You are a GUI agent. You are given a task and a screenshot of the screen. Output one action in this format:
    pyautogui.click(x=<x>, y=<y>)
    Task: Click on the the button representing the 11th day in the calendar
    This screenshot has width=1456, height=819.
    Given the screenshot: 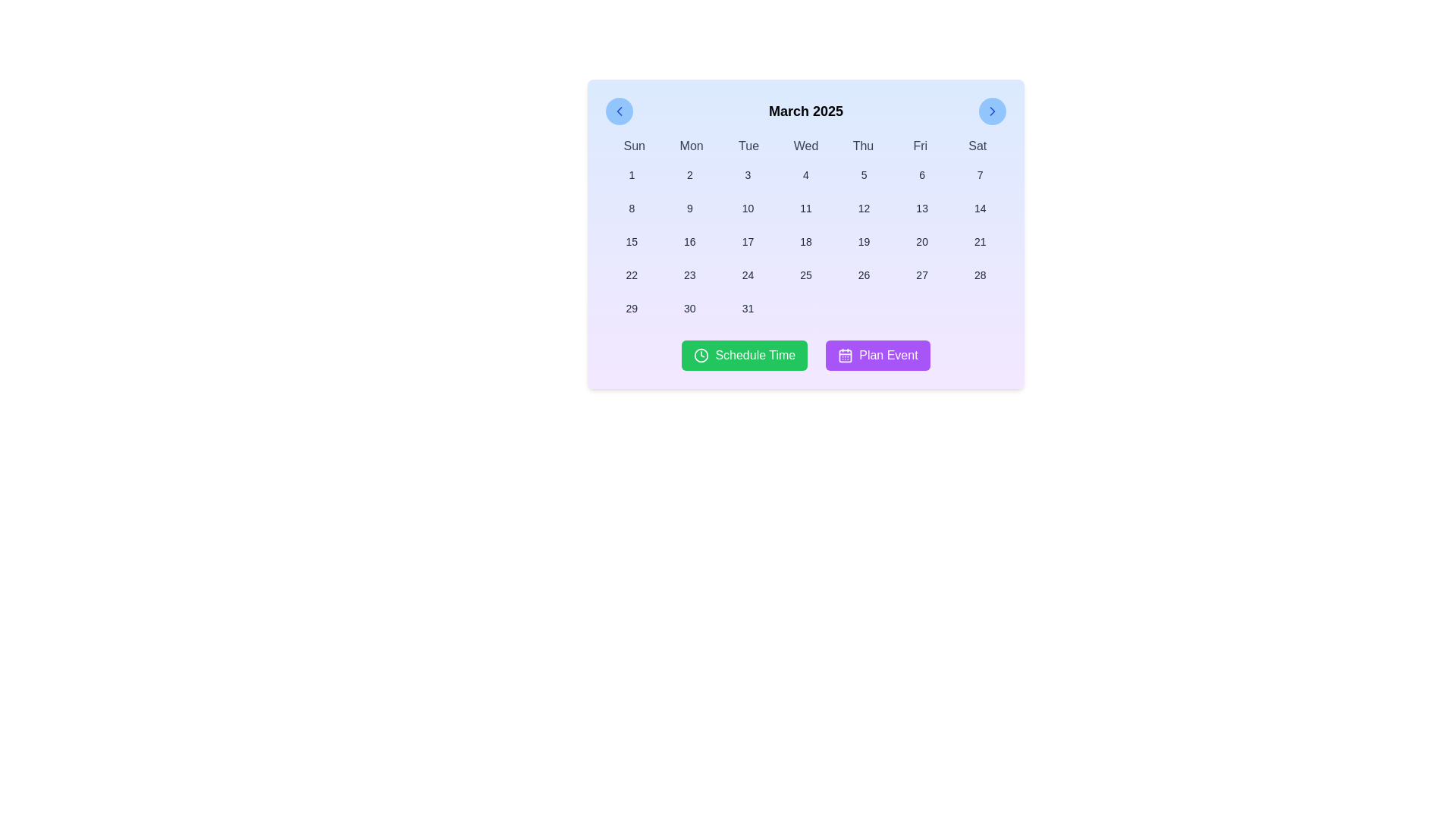 What is the action you would take?
    pyautogui.click(x=805, y=208)
    